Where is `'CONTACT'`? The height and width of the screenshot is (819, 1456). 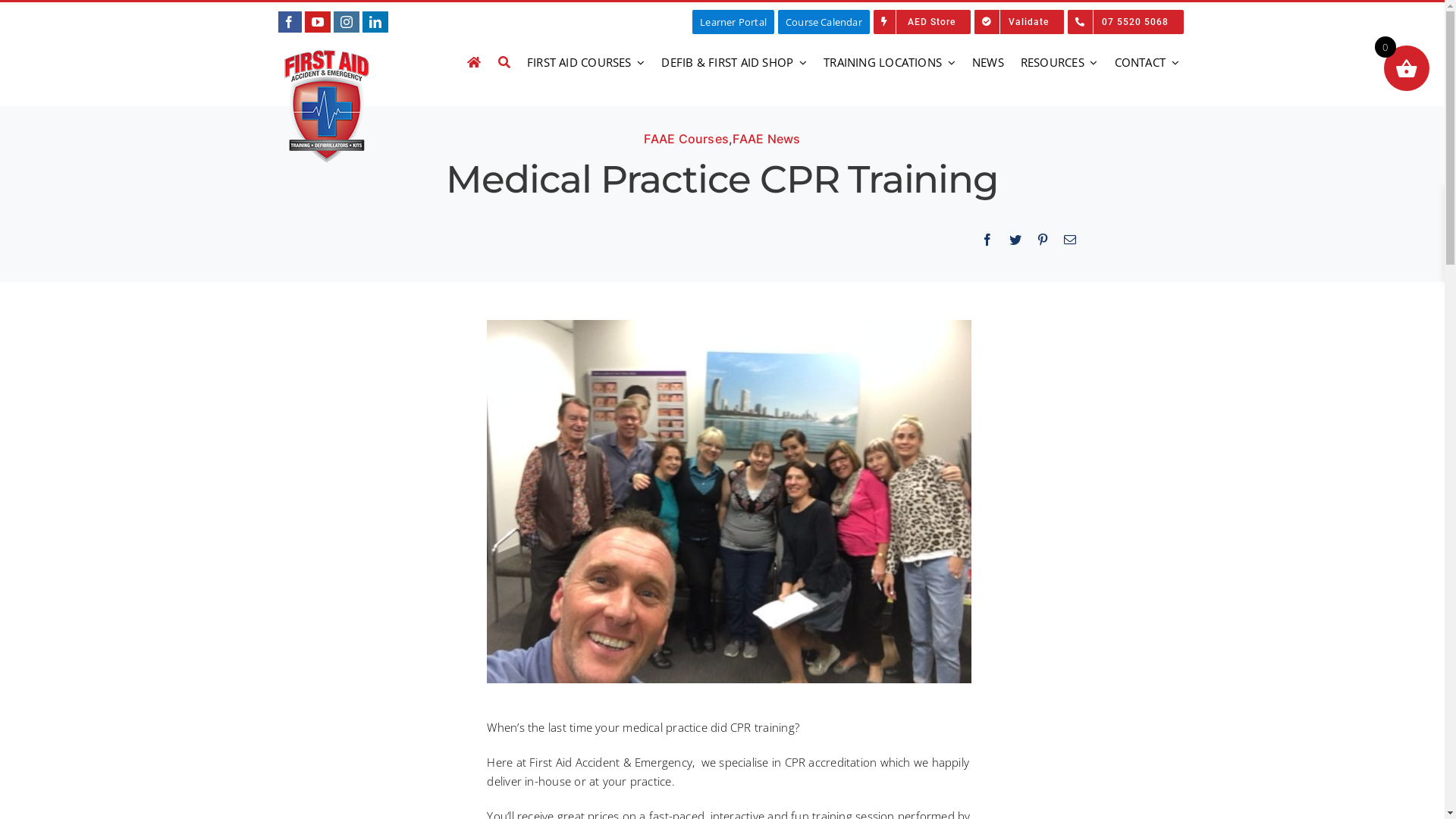
'CONTACT' is located at coordinates (1147, 61).